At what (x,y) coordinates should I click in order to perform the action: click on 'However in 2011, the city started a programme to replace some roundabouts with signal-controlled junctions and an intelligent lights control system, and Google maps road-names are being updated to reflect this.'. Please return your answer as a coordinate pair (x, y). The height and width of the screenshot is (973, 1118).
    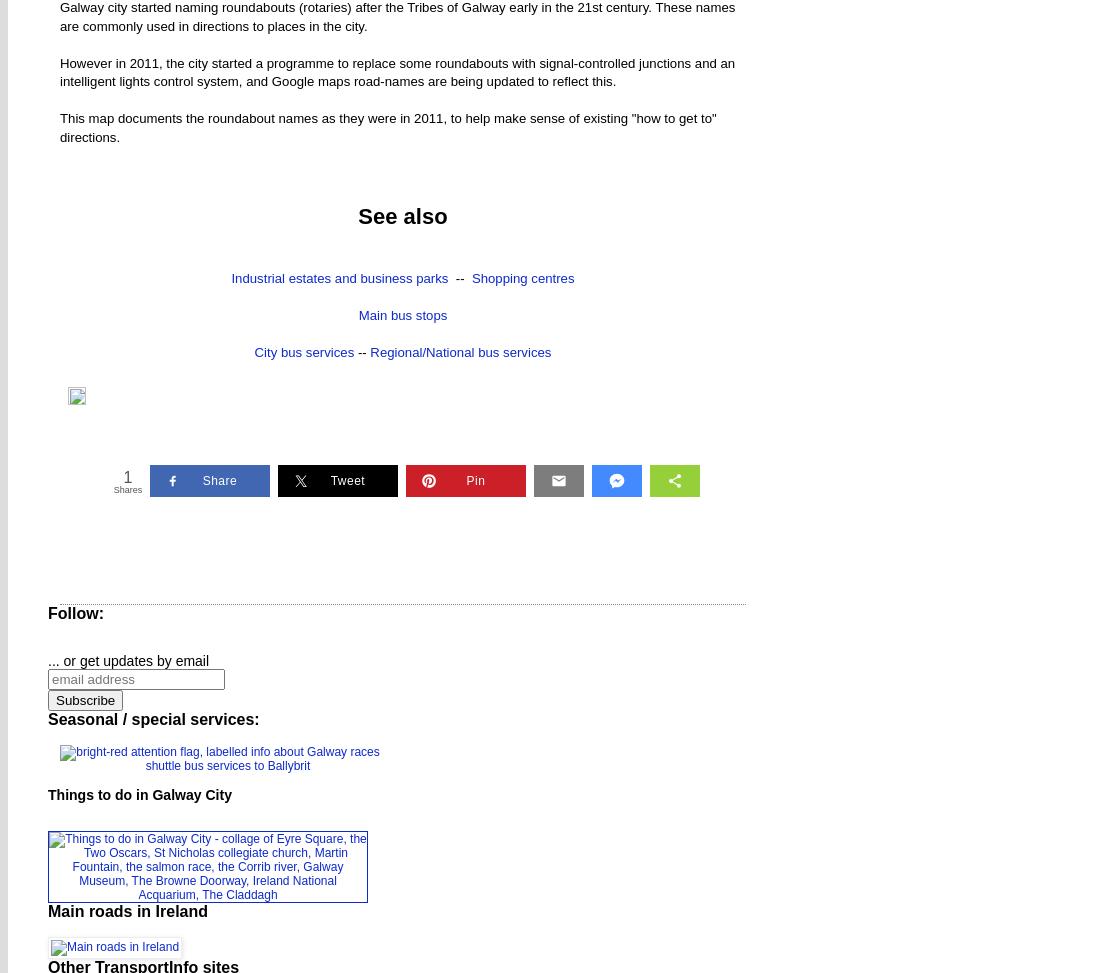
    Looking at the image, I should click on (396, 71).